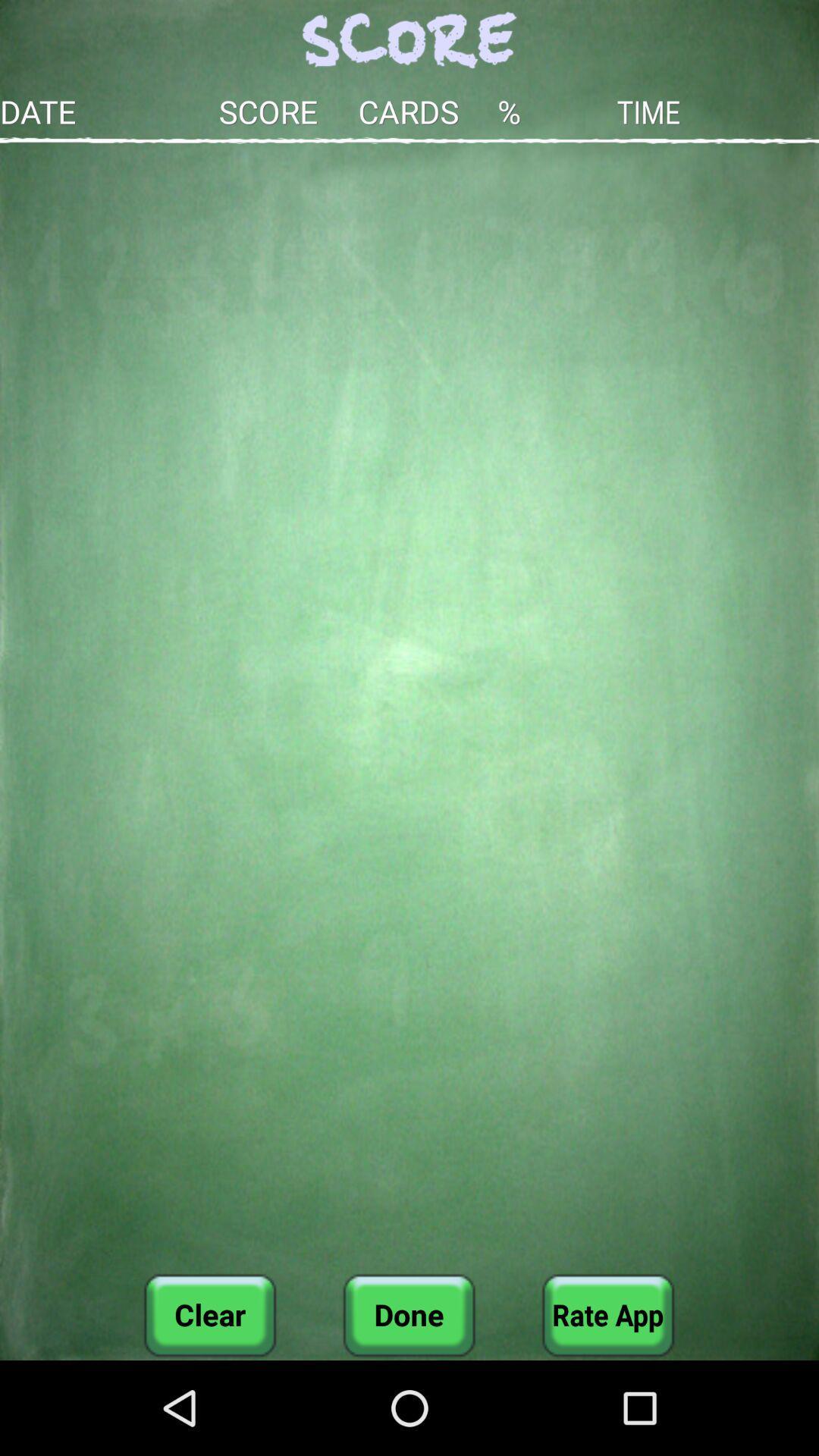 The width and height of the screenshot is (819, 1456). What do you see at coordinates (409, 708) in the screenshot?
I see `the item at the center` at bounding box center [409, 708].